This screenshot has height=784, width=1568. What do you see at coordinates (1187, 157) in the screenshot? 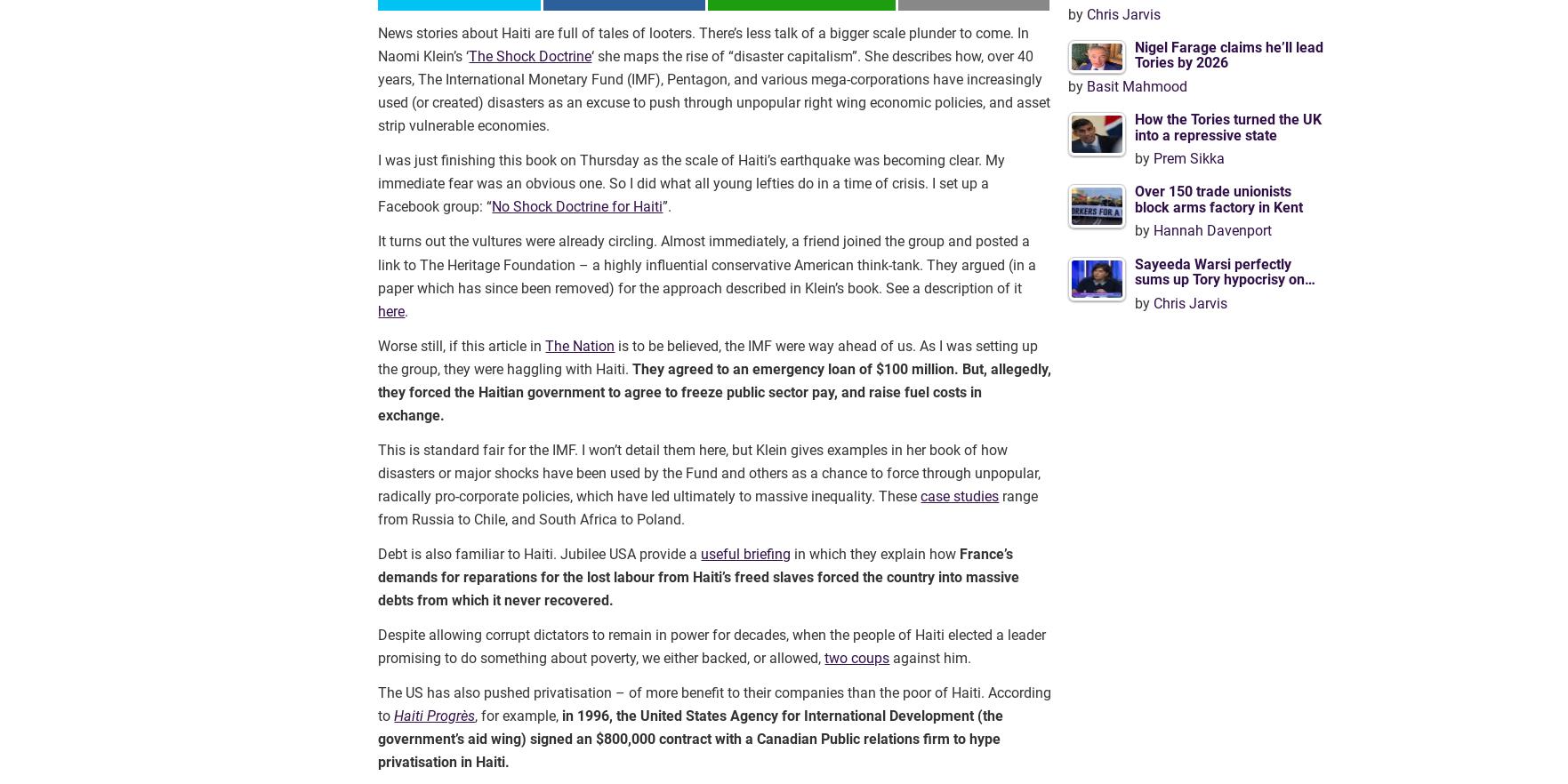
I see `'Prem Sikka'` at bounding box center [1187, 157].